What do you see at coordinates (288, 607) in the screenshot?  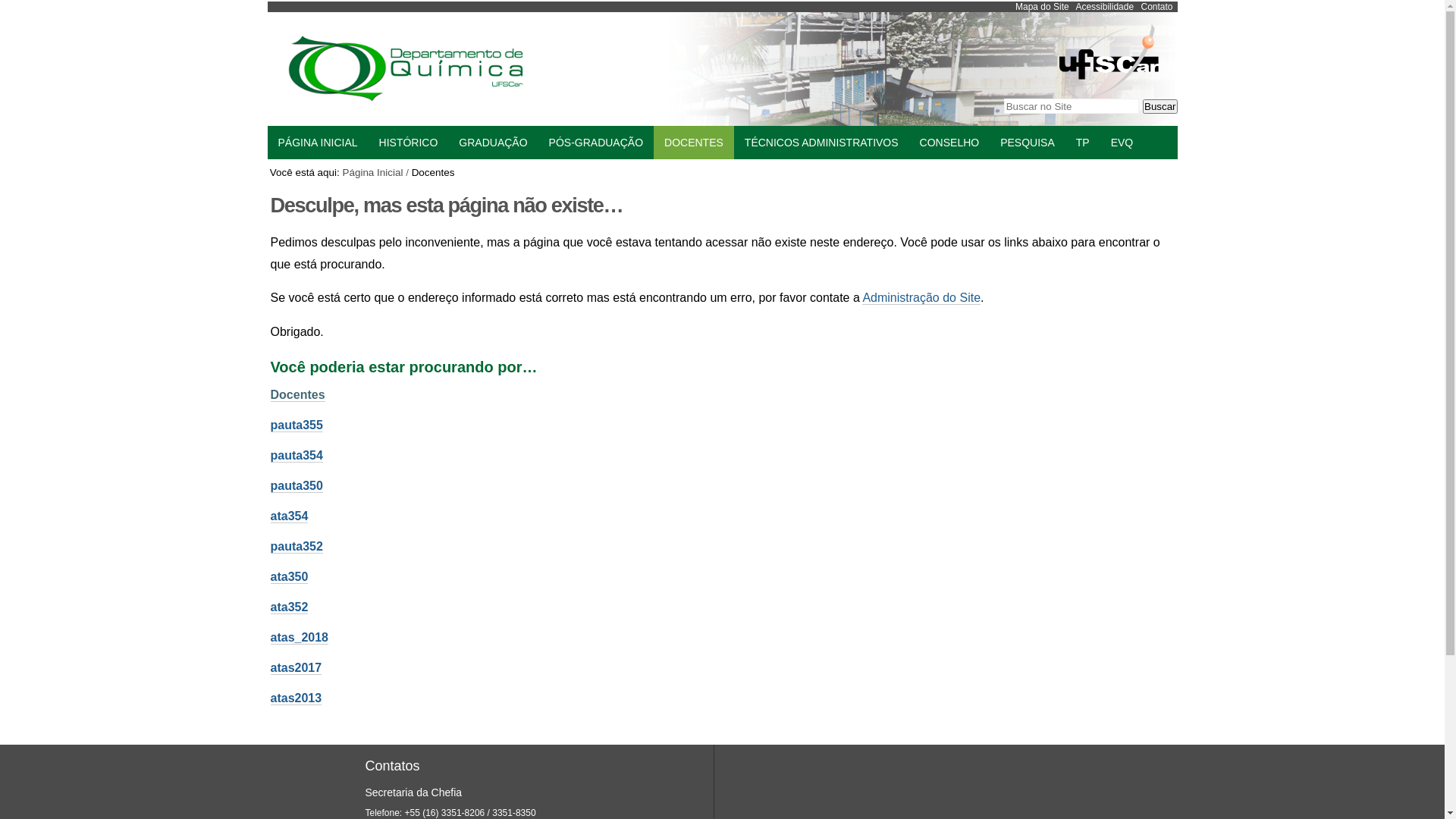 I see `'ata352'` at bounding box center [288, 607].